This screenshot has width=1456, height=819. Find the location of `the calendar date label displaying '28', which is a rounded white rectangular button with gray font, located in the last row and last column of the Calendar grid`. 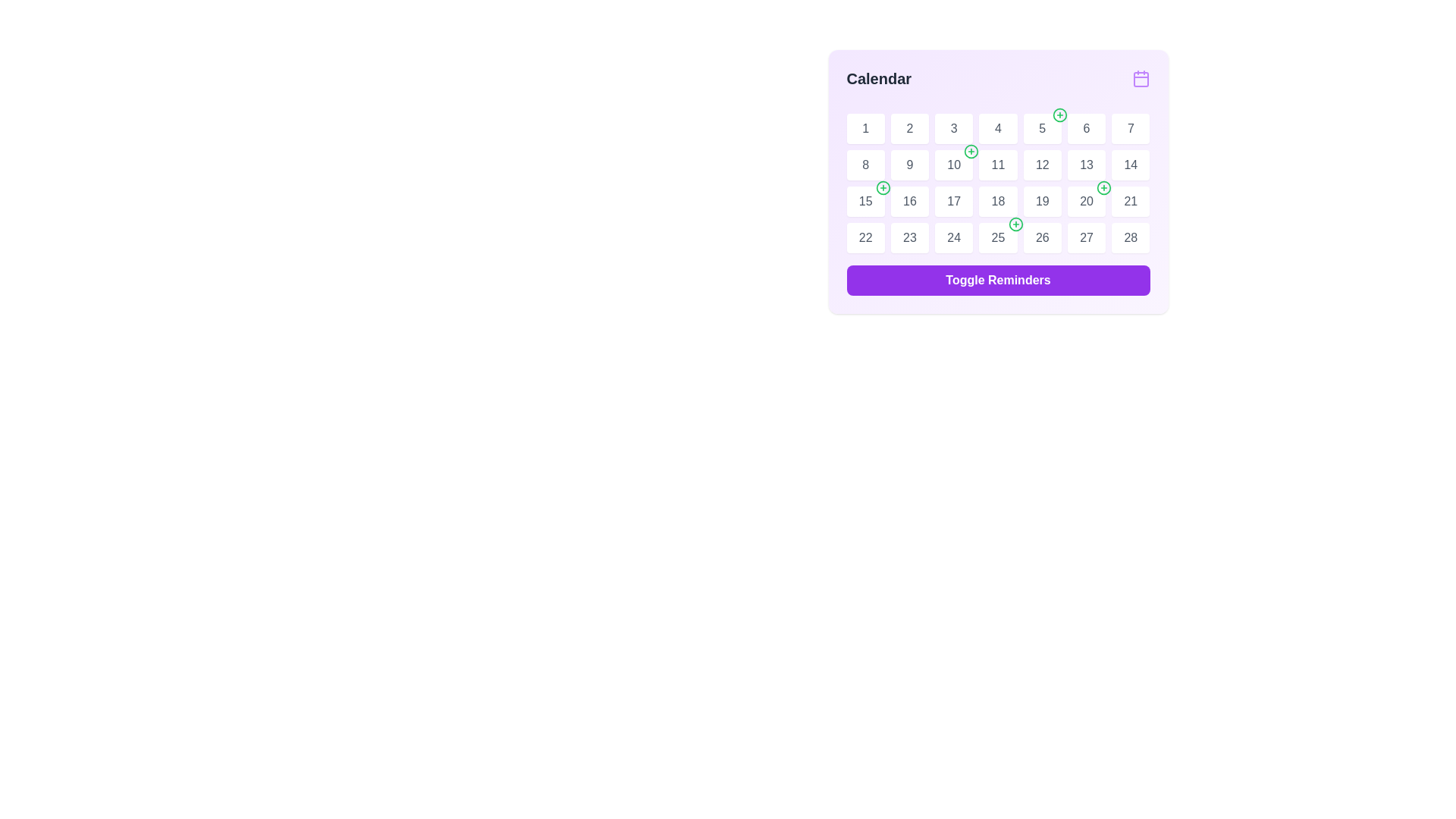

the calendar date label displaying '28', which is a rounded white rectangular button with gray font, located in the last row and last column of the Calendar grid is located at coordinates (1131, 237).